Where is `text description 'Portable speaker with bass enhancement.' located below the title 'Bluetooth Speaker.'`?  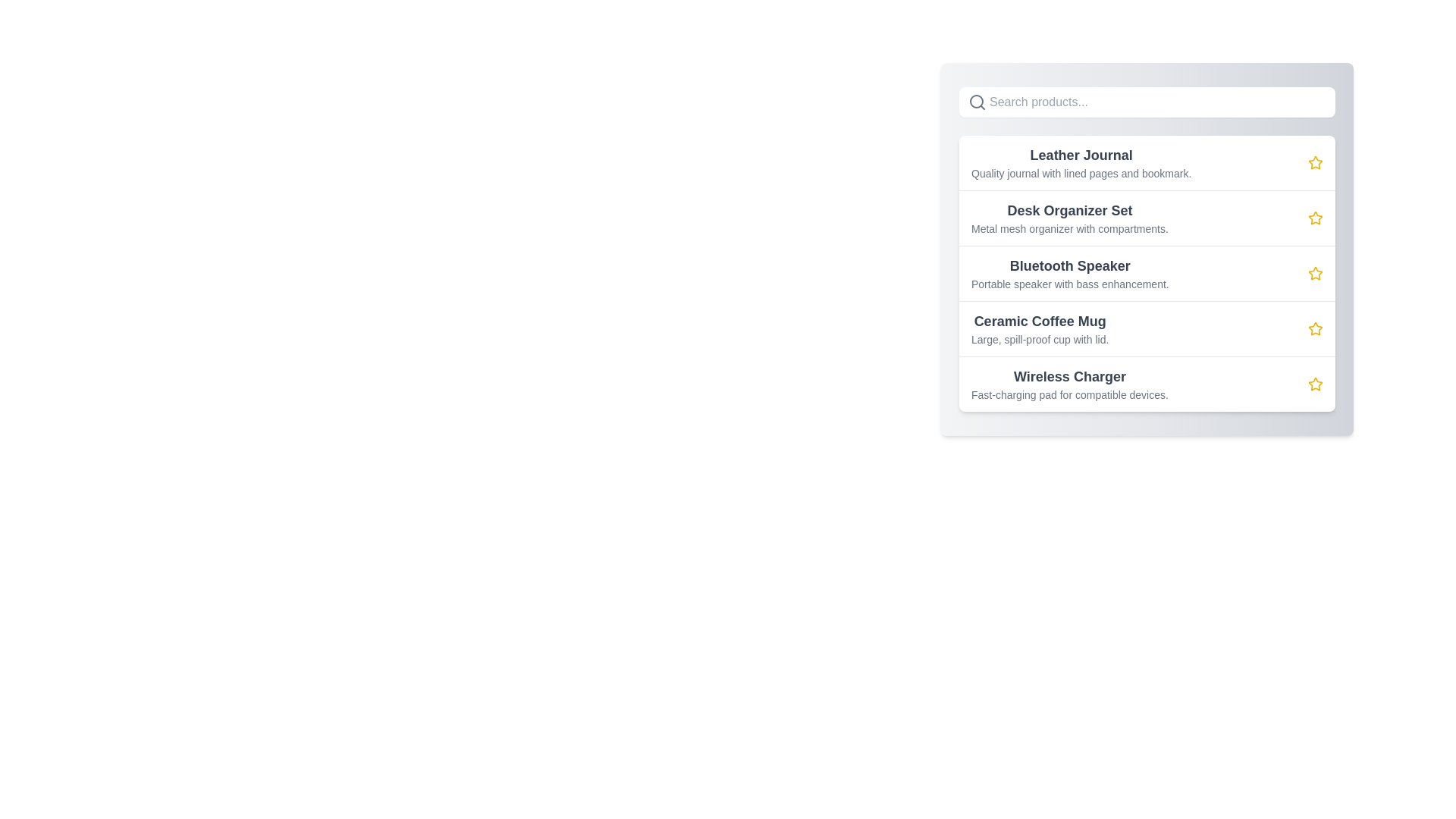
text description 'Portable speaker with bass enhancement.' located below the title 'Bluetooth Speaker.' is located at coordinates (1069, 284).